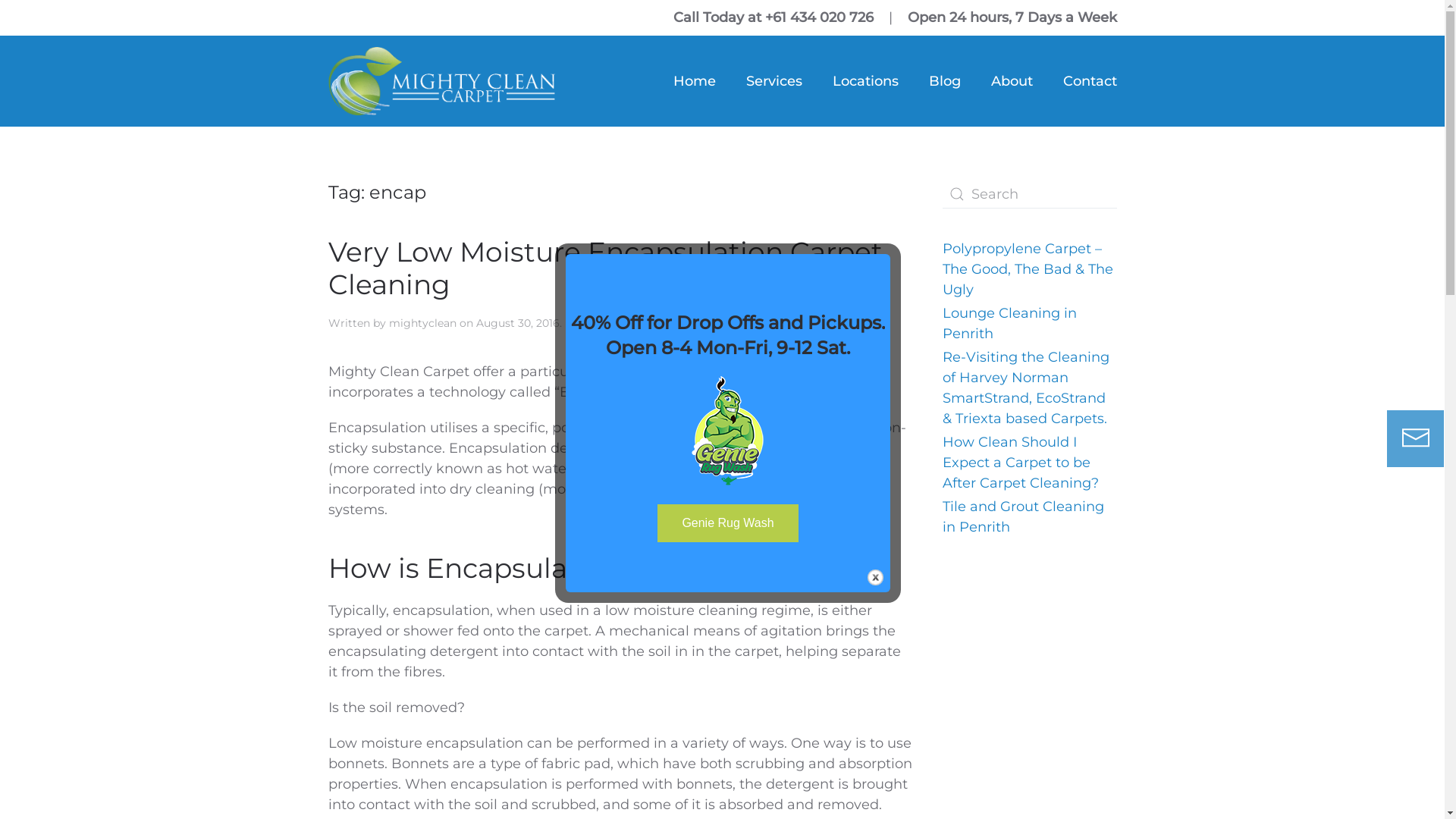 The image size is (1456, 819). I want to click on '+61 434 020 726', so click(817, 17).